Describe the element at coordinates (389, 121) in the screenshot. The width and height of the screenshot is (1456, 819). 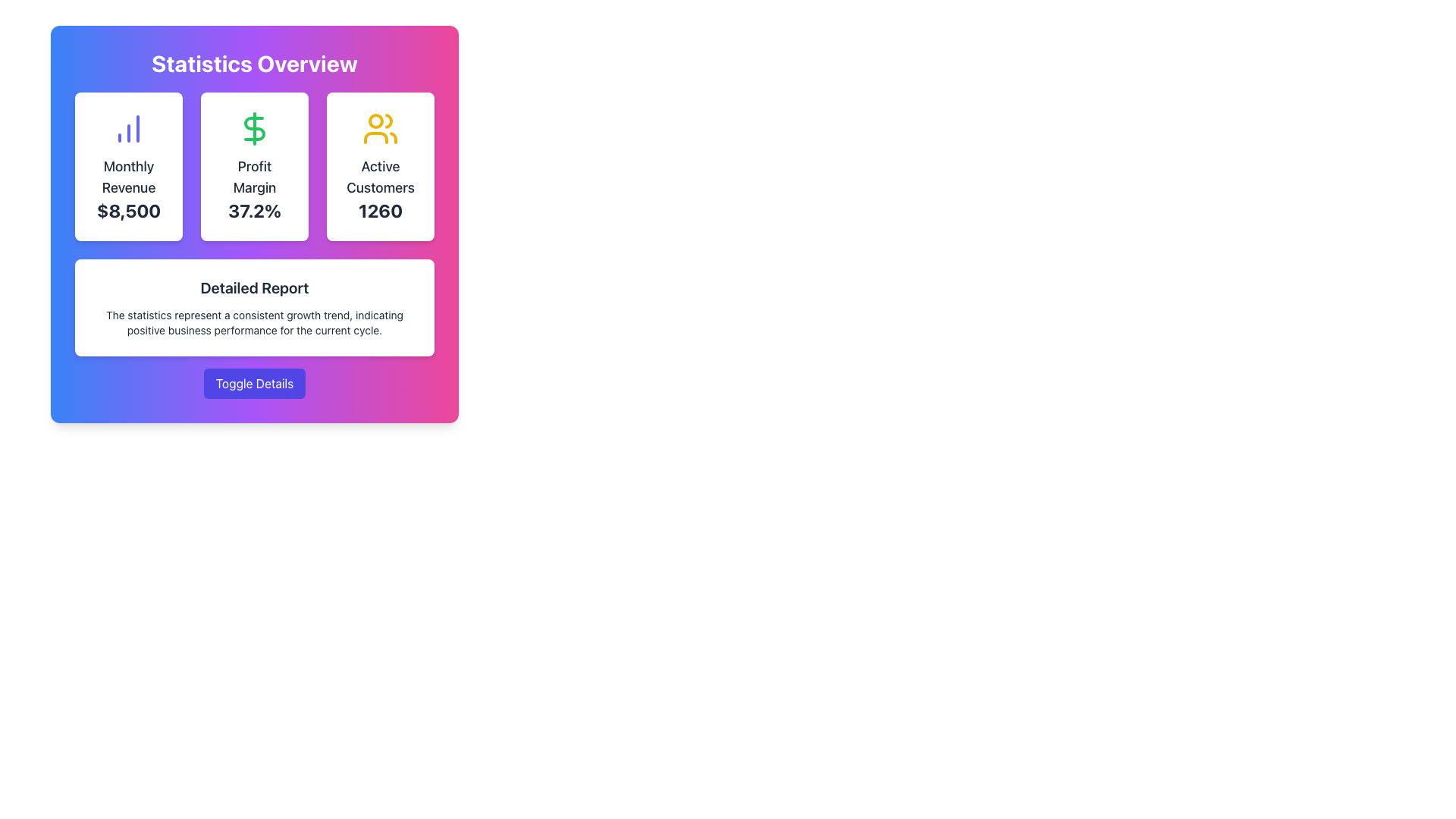
I see `the yellow user icon in the 'Active Customers' section of the 'Statistics Overview' card, which is represented by a vector graphic with three lines forming a curve` at that location.